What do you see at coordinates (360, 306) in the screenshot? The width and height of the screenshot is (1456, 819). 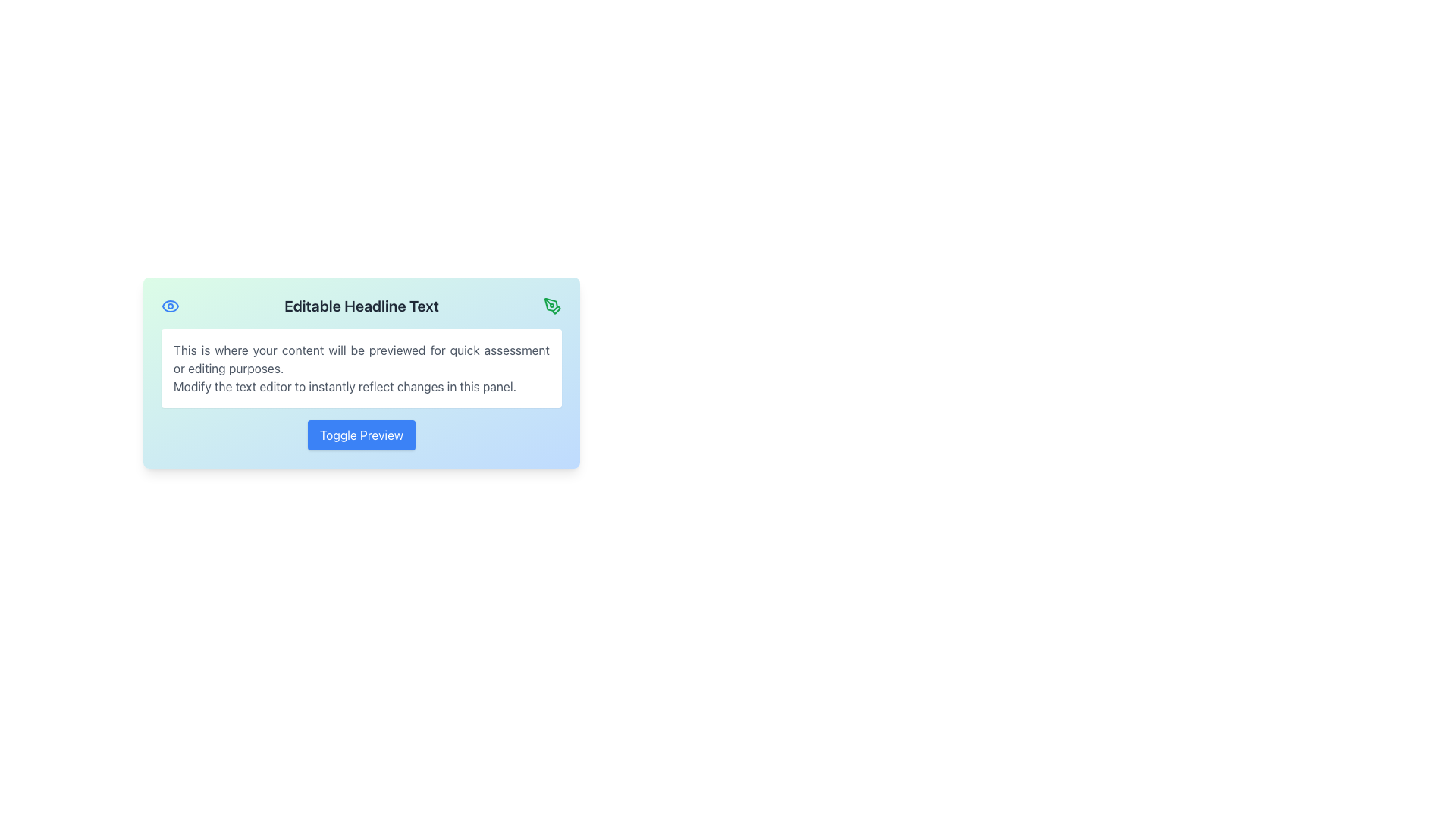 I see `prominent heading text element styled with a bold, large font that contains 'Editable Headline Text', located at the top center of the panel` at bounding box center [360, 306].